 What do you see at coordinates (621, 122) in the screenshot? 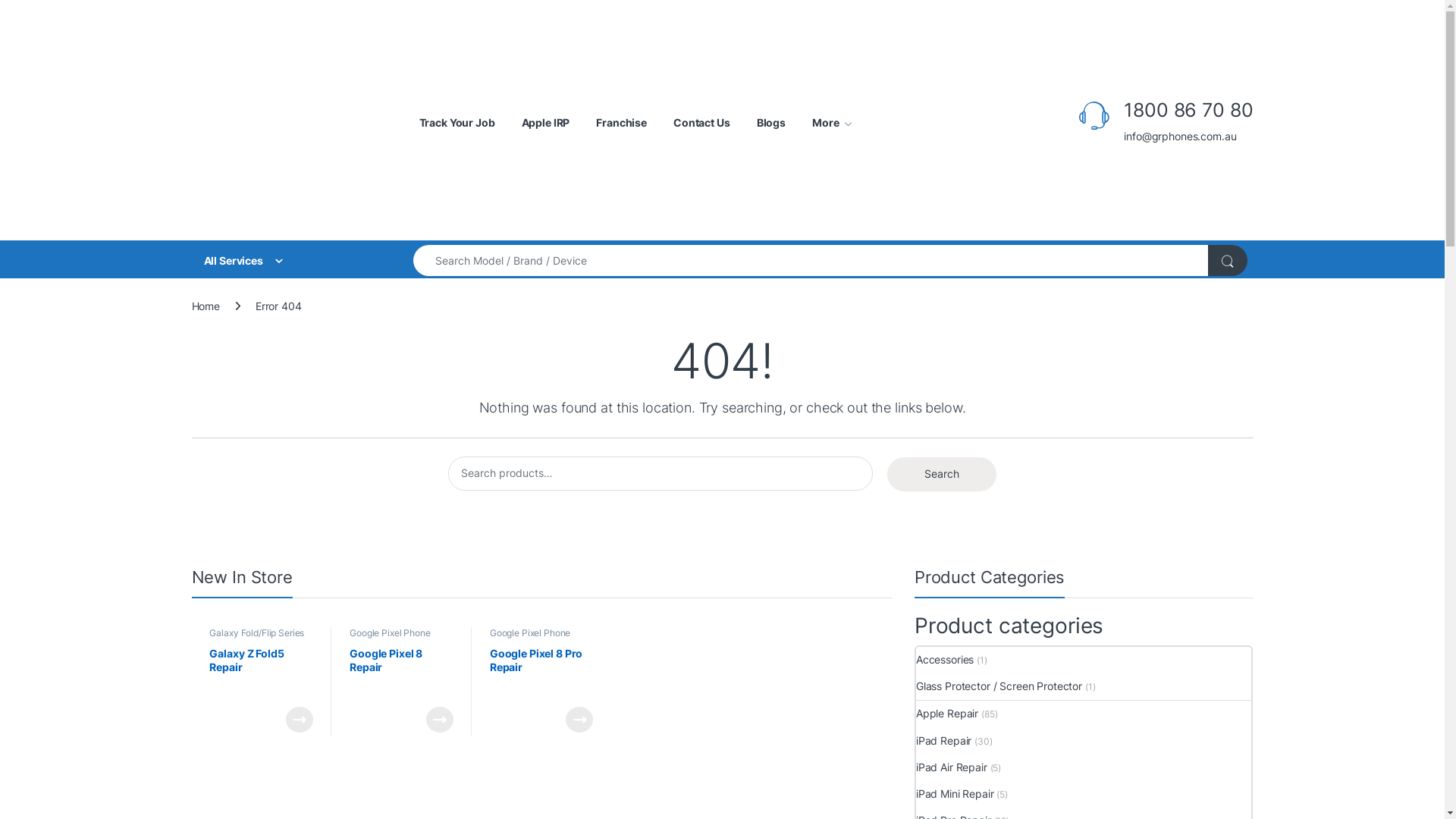
I see `'Franchise'` at bounding box center [621, 122].